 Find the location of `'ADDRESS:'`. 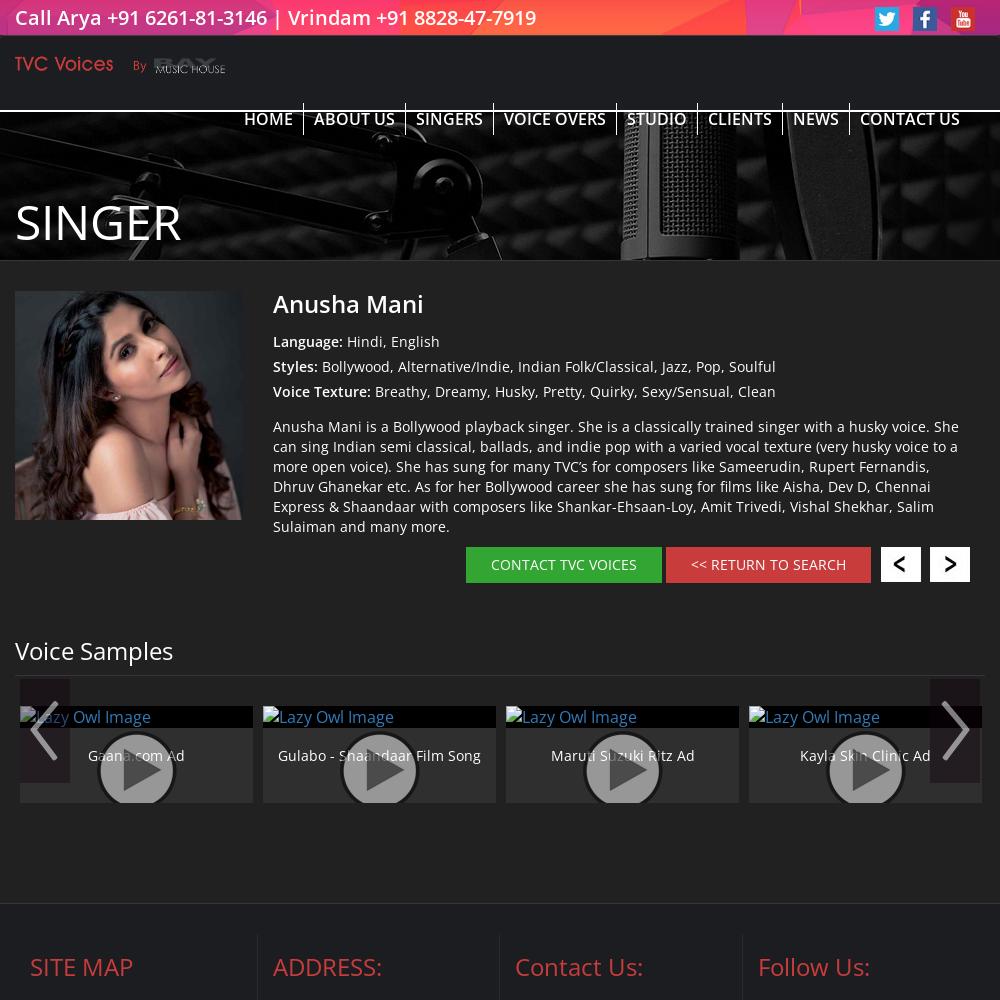

'ADDRESS:' is located at coordinates (325, 965).